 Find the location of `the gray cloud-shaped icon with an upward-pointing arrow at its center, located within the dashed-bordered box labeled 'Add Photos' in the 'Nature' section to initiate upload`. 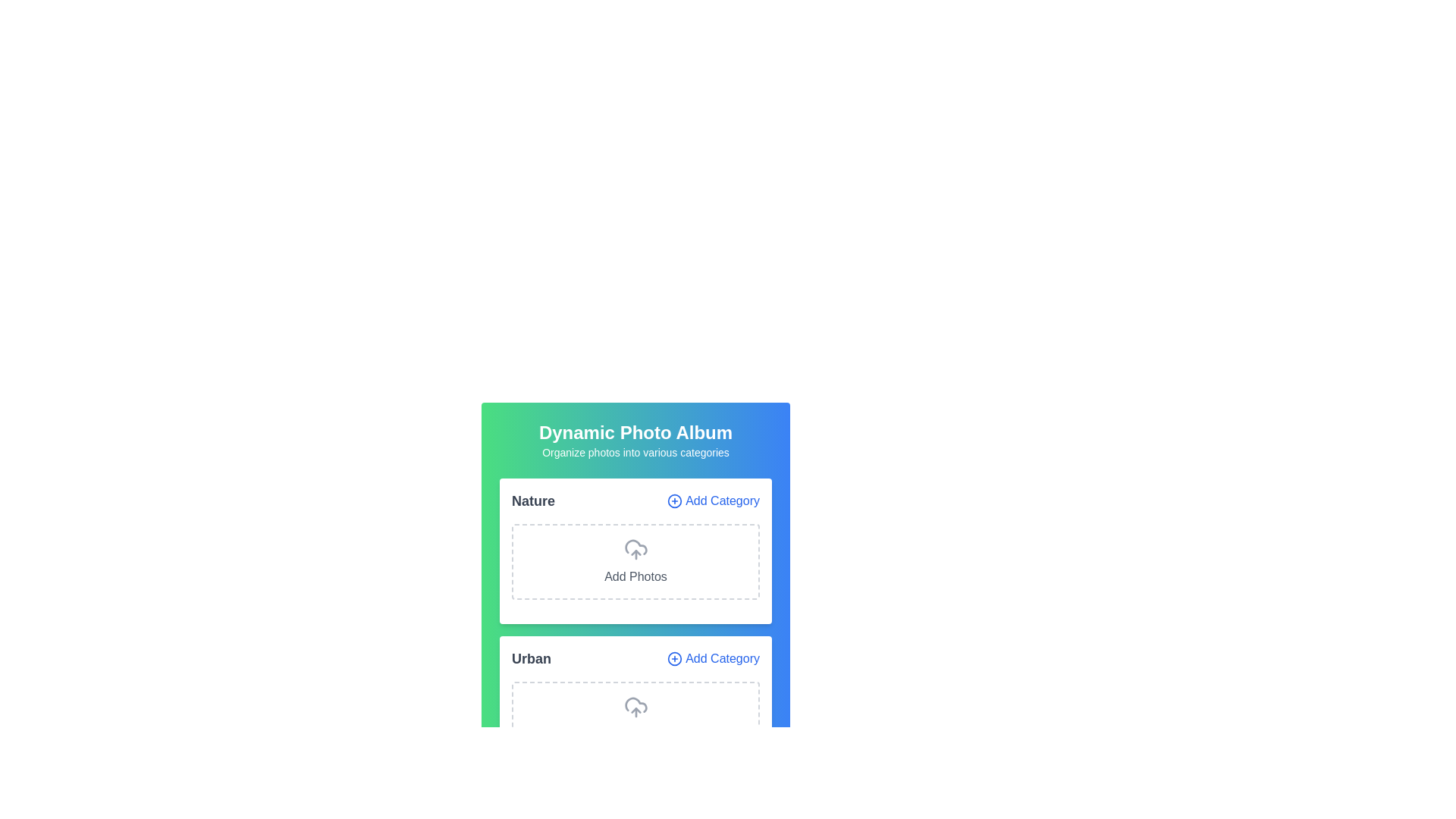

the gray cloud-shaped icon with an upward-pointing arrow at its center, located within the dashed-bordered box labeled 'Add Photos' in the 'Nature' section to initiate upload is located at coordinates (635, 550).